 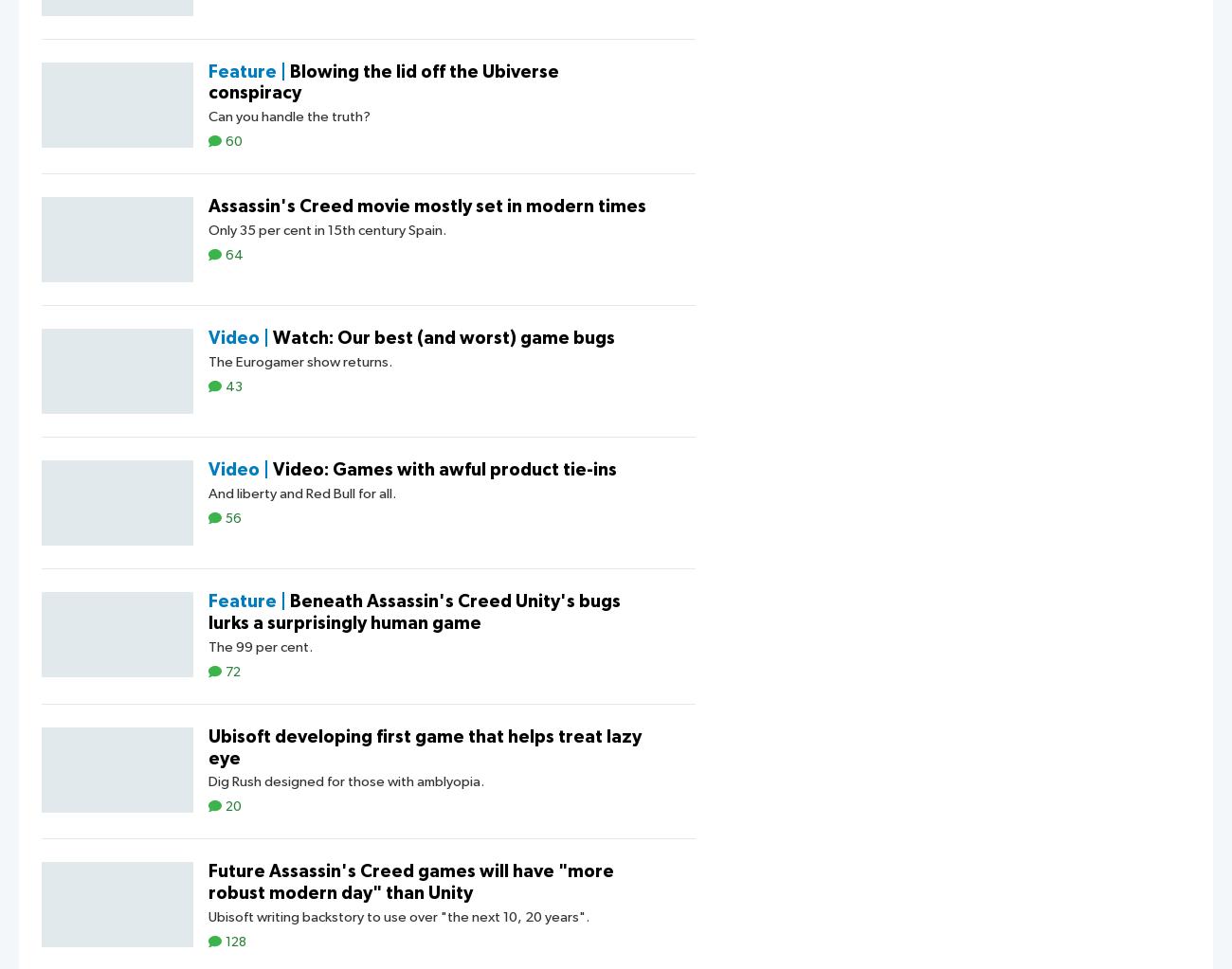 What do you see at coordinates (302, 492) in the screenshot?
I see `'And liberty and Red Bull for all.'` at bounding box center [302, 492].